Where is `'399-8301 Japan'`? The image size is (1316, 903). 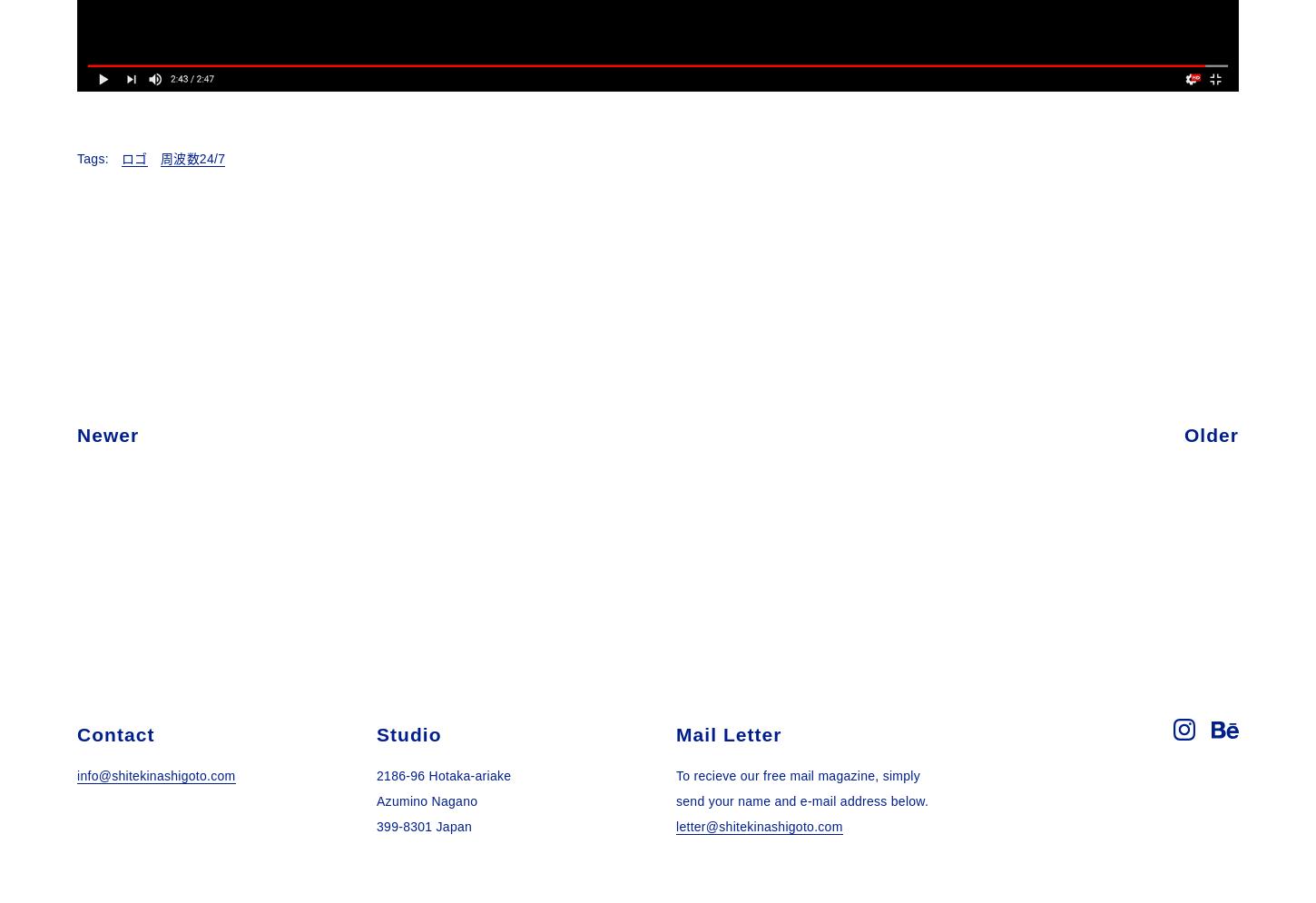
'399-8301 Japan' is located at coordinates (375, 825).